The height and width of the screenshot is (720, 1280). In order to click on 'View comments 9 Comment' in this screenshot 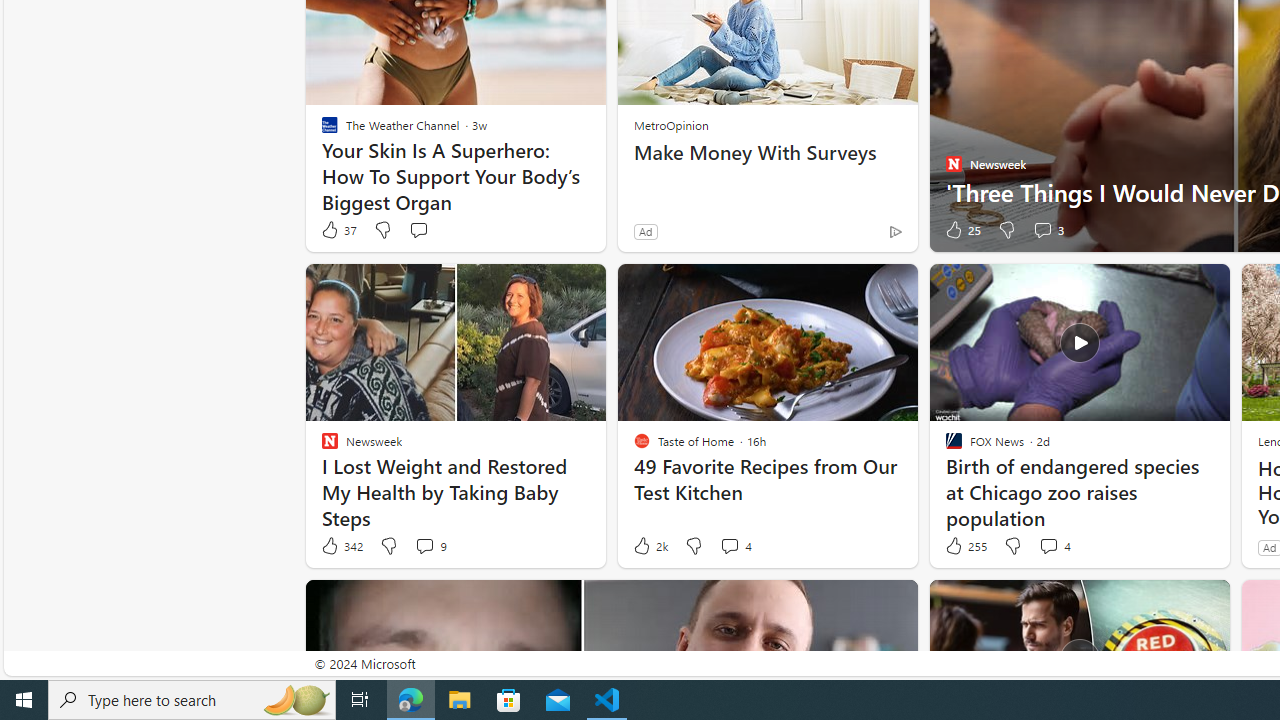, I will do `click(423, 545)`.